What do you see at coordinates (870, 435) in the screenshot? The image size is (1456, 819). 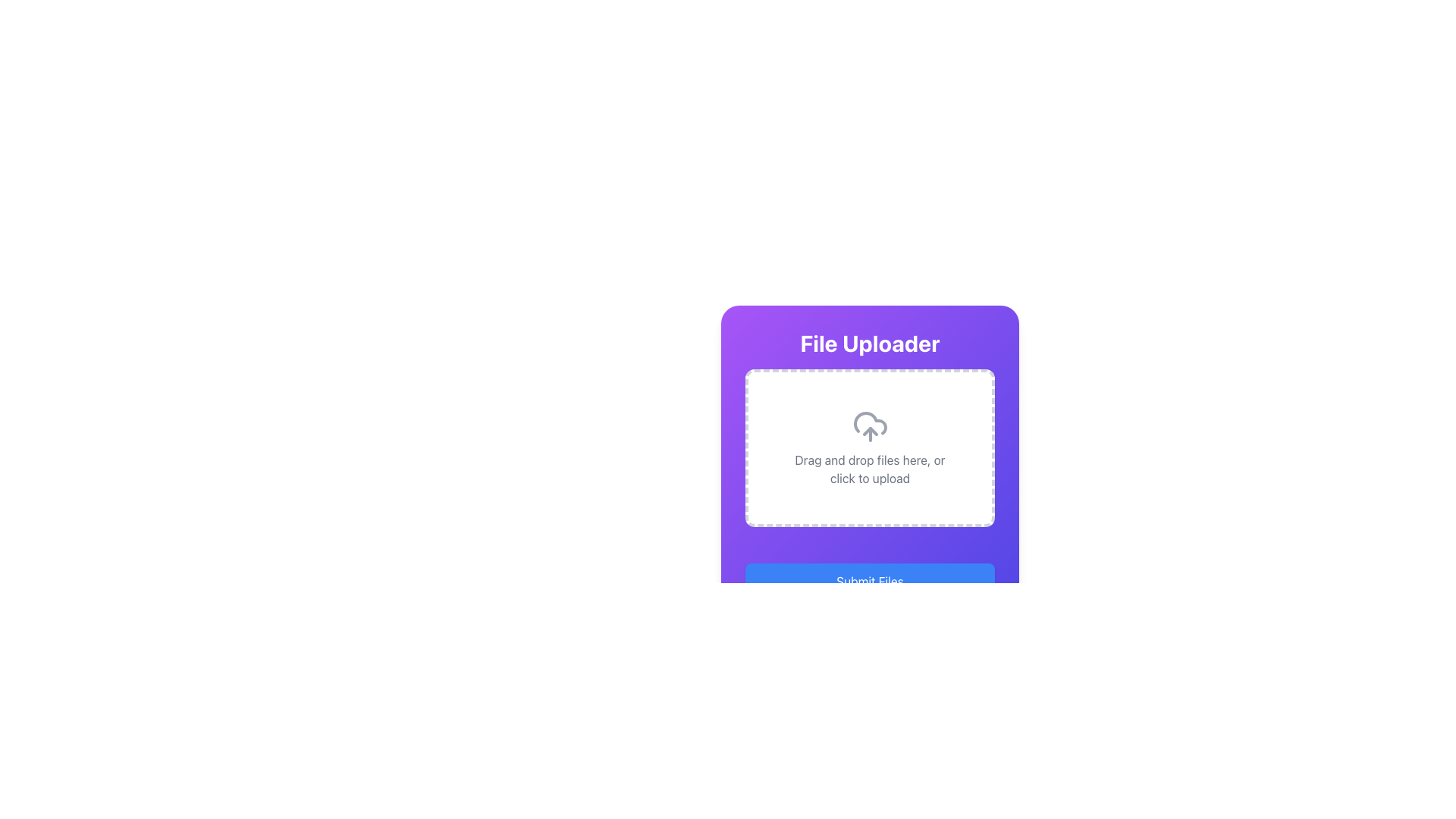 I see `a file into the central dashed area of the modal window for file upload` at bounding box center [870, 435].